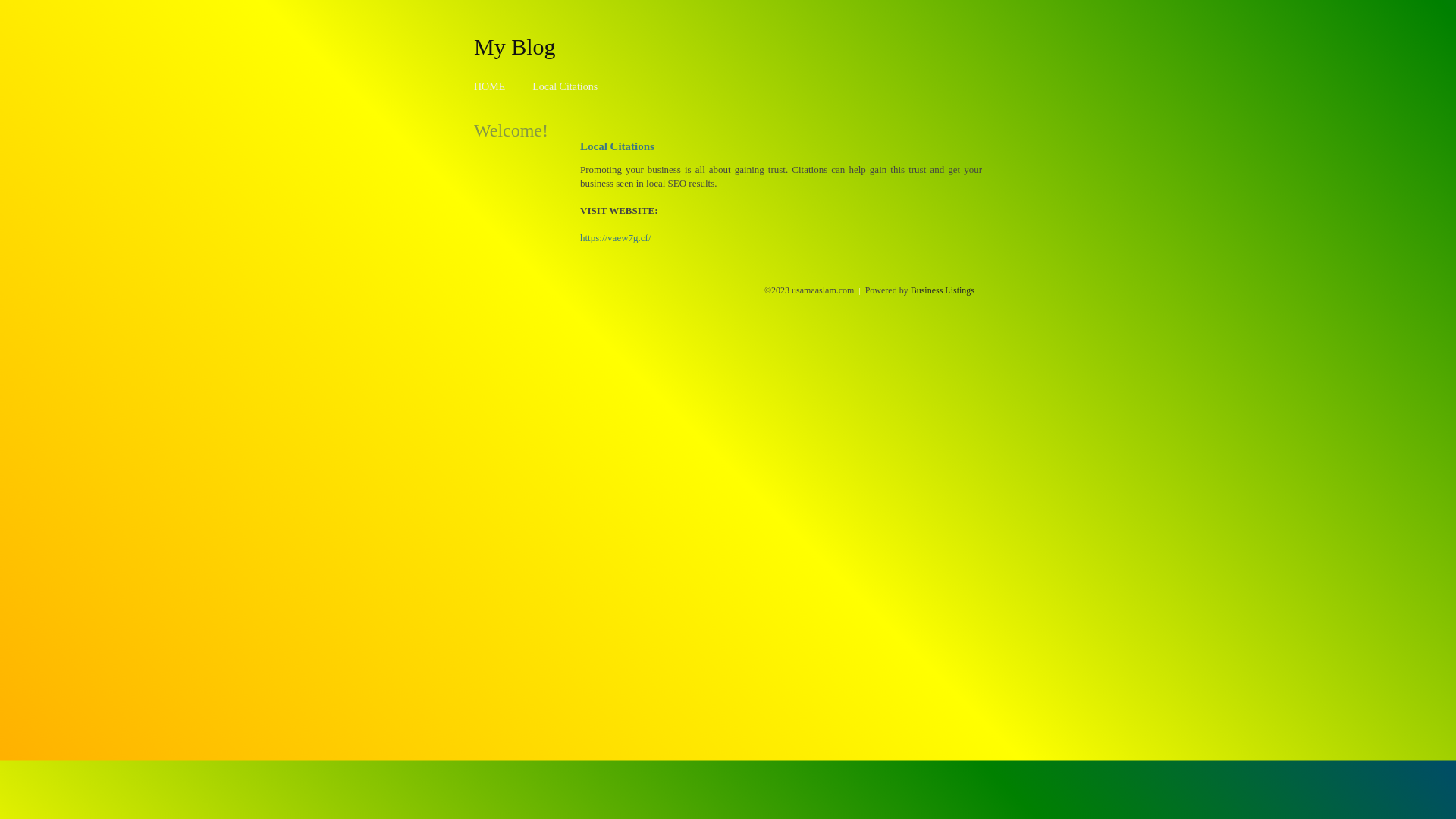 This screenshot has width=1456, height=819. Describe the element at coordinates (563, 86) in the screenshot. I see `'Local Citations'` at that location.